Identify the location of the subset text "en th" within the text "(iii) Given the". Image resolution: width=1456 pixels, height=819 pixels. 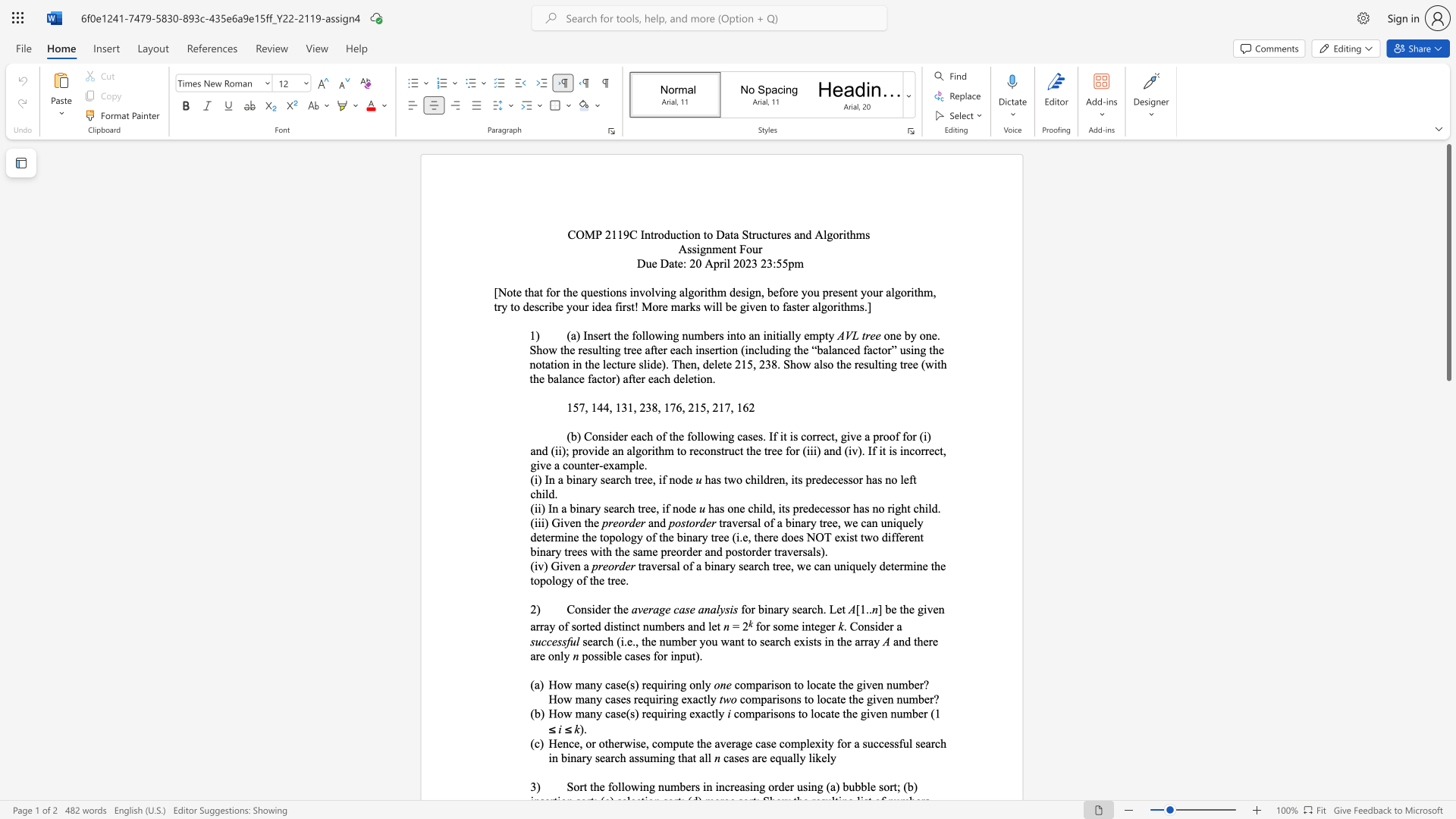
(569, 522).